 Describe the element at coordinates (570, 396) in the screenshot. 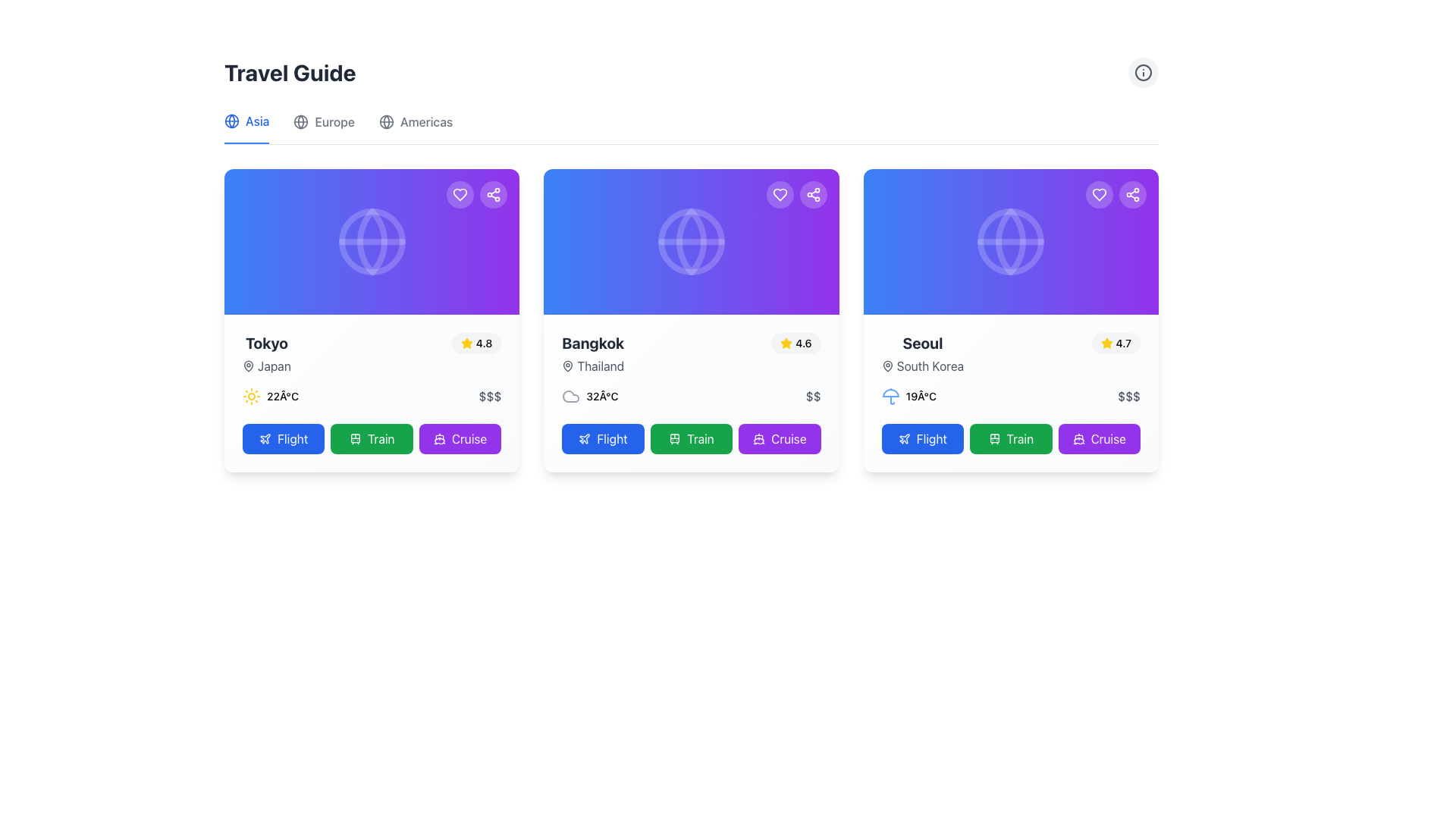

I see `the cloud icon located to the left of the temperature text '32°C' in the weather display section` at that location.